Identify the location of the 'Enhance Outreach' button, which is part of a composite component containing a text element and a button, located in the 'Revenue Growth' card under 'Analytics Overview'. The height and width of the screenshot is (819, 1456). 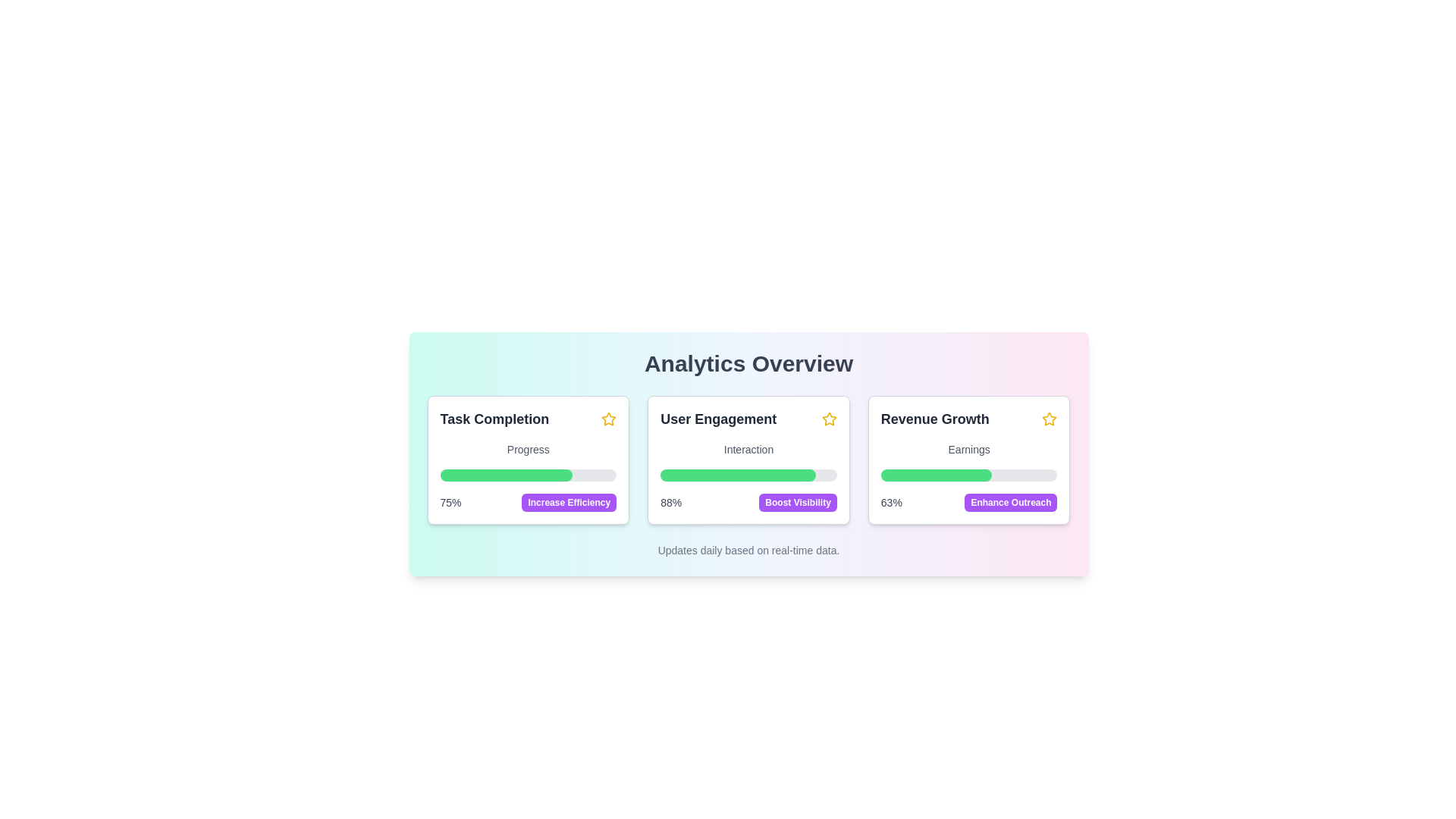
(968, 503).